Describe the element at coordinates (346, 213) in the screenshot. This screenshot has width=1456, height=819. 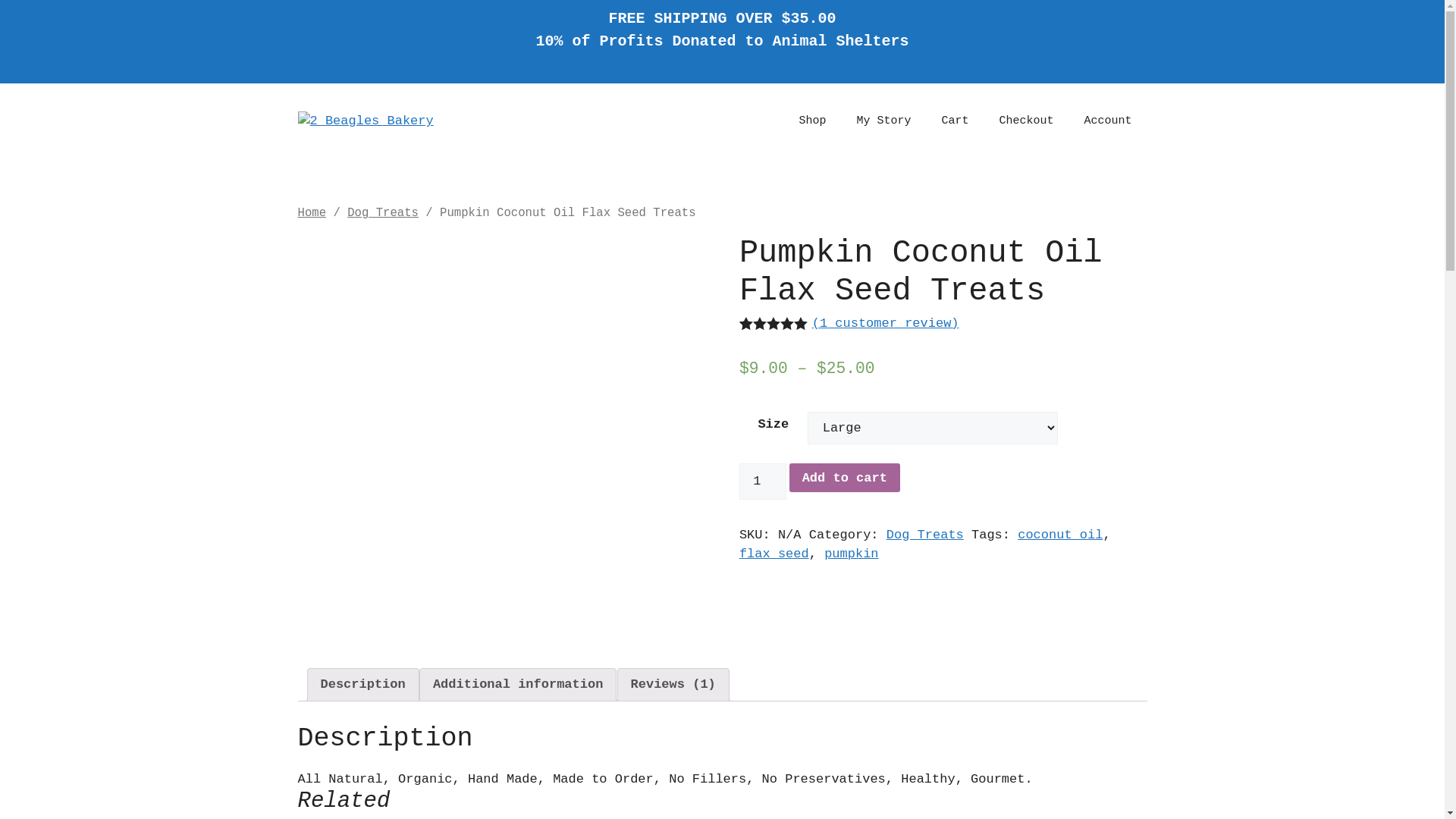
I see `'Dog Treats'` at that location.